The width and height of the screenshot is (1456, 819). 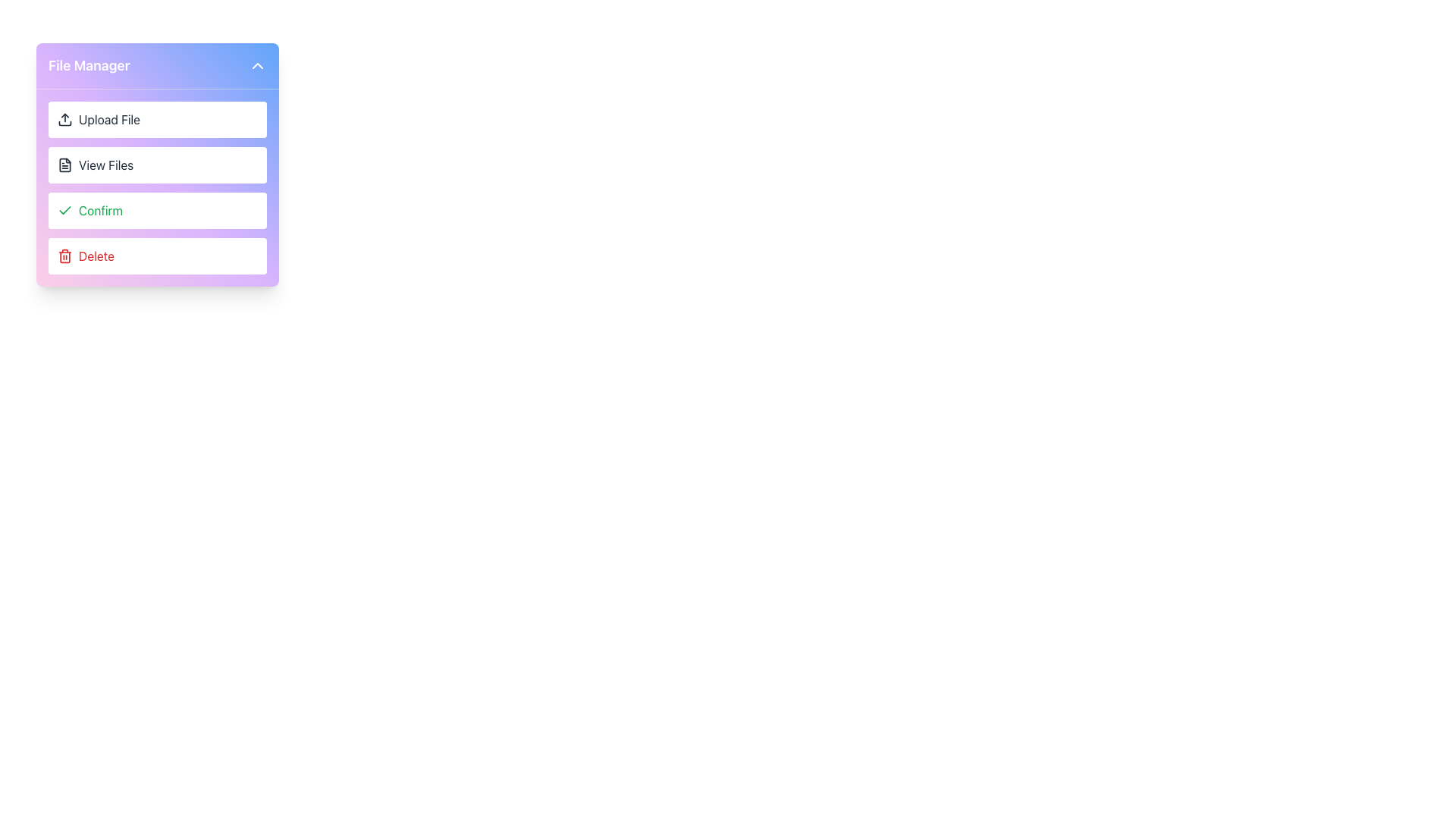 I want to click on the toggle button located in the top-right corner of the 'File Manager' header, so click(x=258, y=65).